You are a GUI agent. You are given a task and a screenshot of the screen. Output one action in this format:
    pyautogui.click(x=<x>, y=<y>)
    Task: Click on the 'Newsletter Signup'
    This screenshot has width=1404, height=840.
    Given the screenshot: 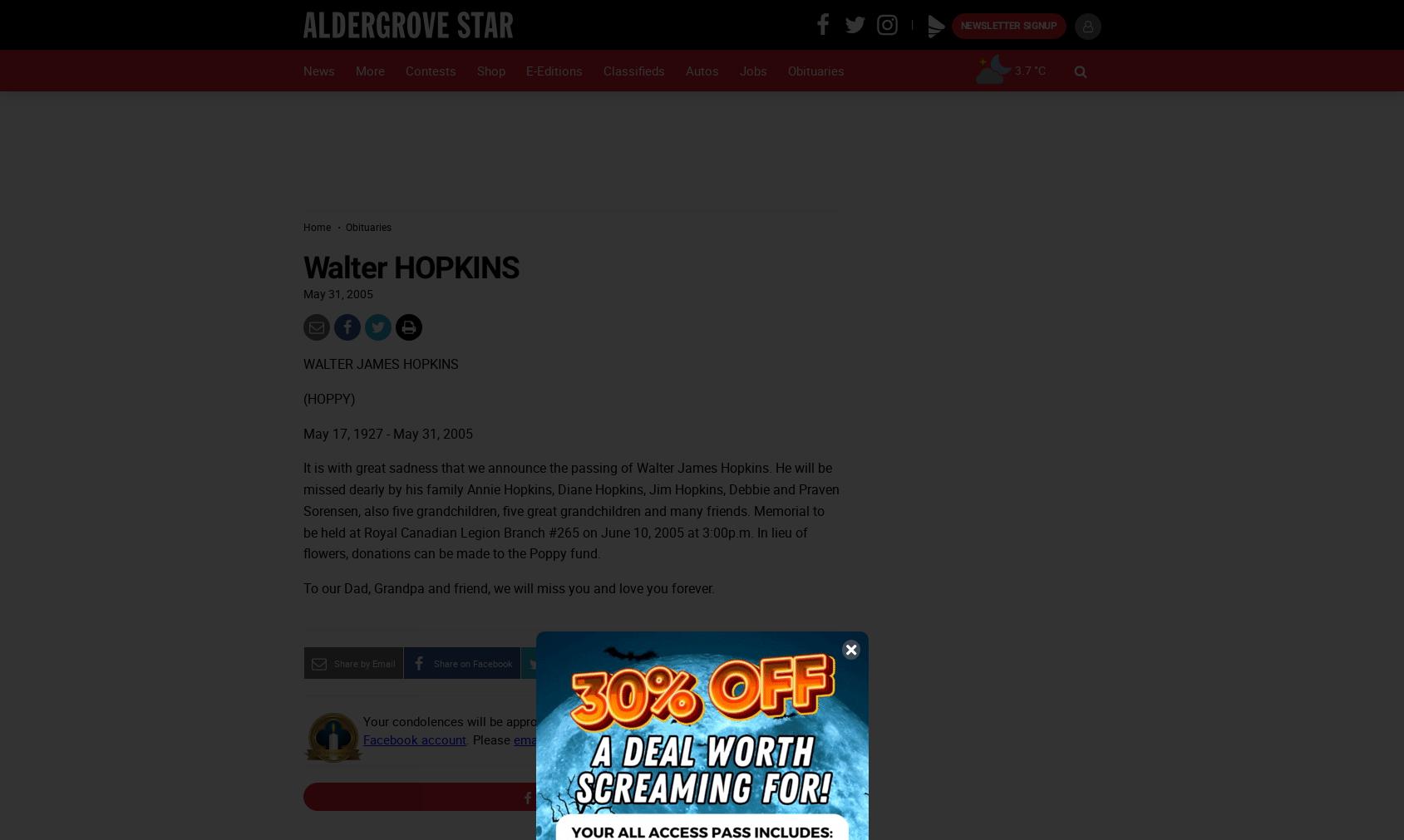 What is the action you would take?
    pyautogui.click(x=958, y=25)
    